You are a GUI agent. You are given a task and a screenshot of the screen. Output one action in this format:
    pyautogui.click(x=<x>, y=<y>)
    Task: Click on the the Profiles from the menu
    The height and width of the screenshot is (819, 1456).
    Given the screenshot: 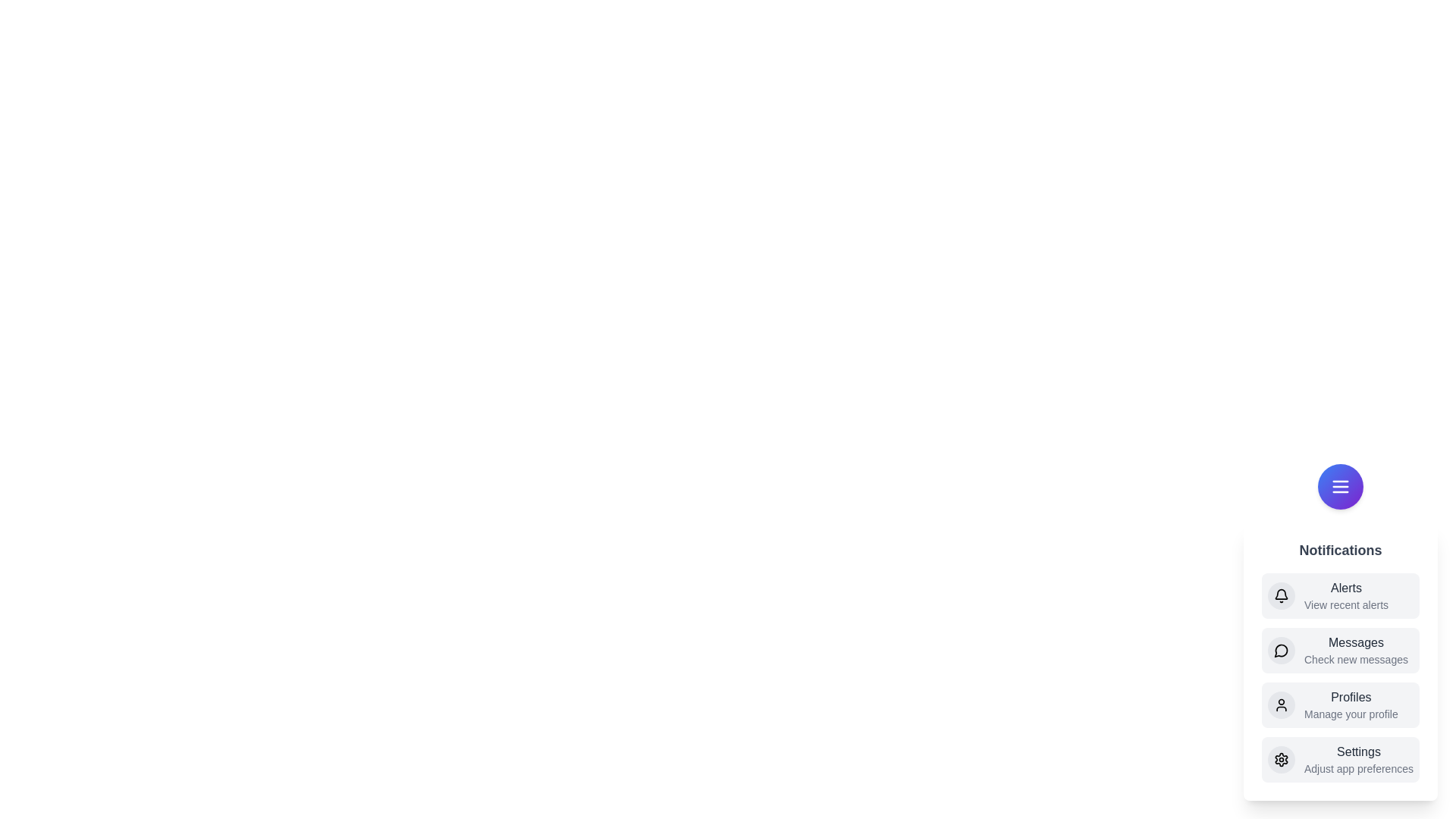 What is the action you would take?
    pyautogui.click(x=1340, y=704)
    